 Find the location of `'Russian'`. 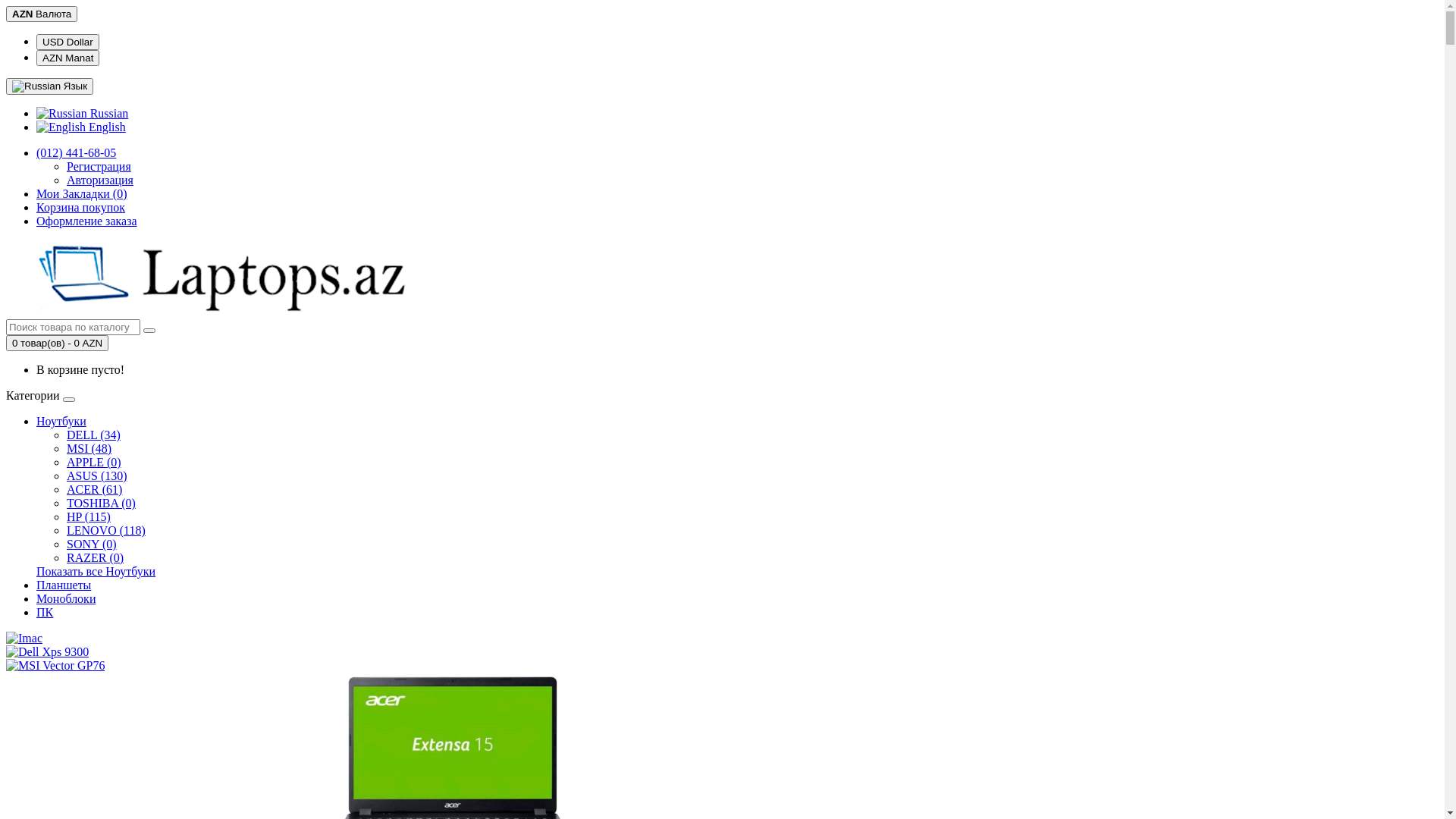

'Russian' is located at coordinates (61, 113).